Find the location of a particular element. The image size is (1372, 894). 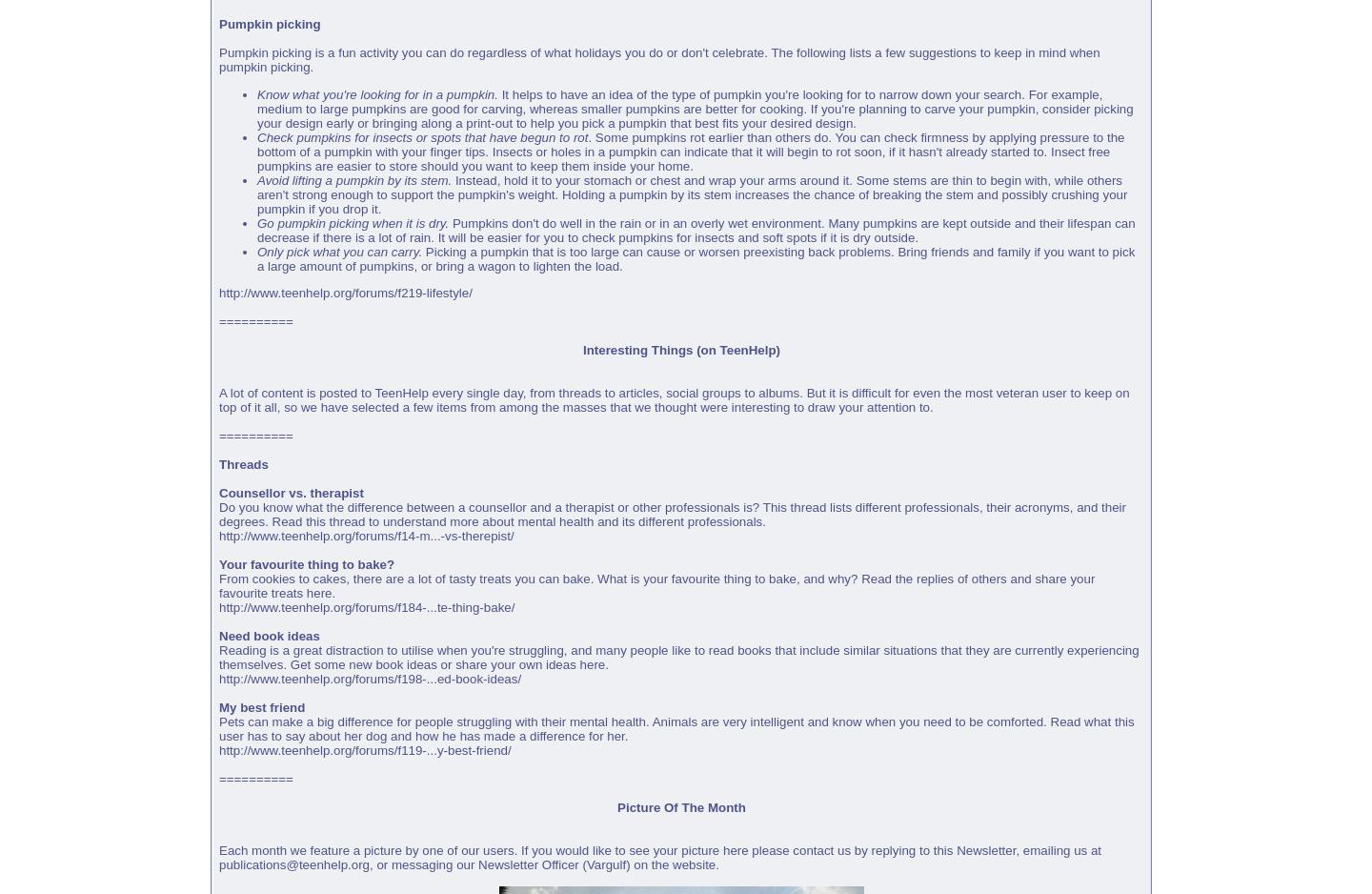

'Reading is a great distraction to utilise when you're struggling, and many people like to read books that include similar situations that they are currently experiencing themselves. Get some new book ideas or share your own ideas here.' is located at coordinates (678, 657).